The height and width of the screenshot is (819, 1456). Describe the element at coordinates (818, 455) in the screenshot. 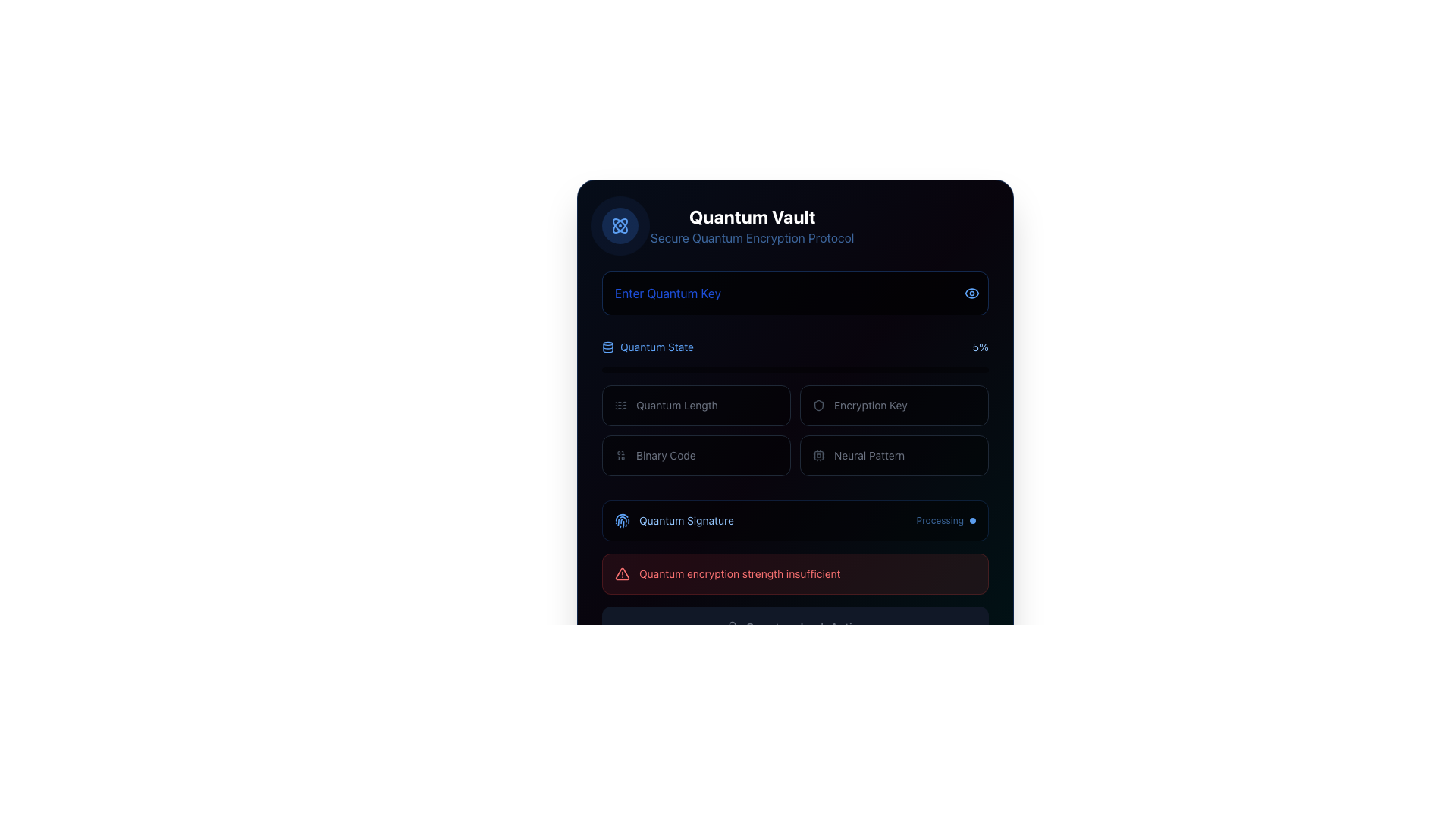

I see `the small square-shaped CPU chip icon located in the top-left corner of the 'Neural Pattern' button` at that location.